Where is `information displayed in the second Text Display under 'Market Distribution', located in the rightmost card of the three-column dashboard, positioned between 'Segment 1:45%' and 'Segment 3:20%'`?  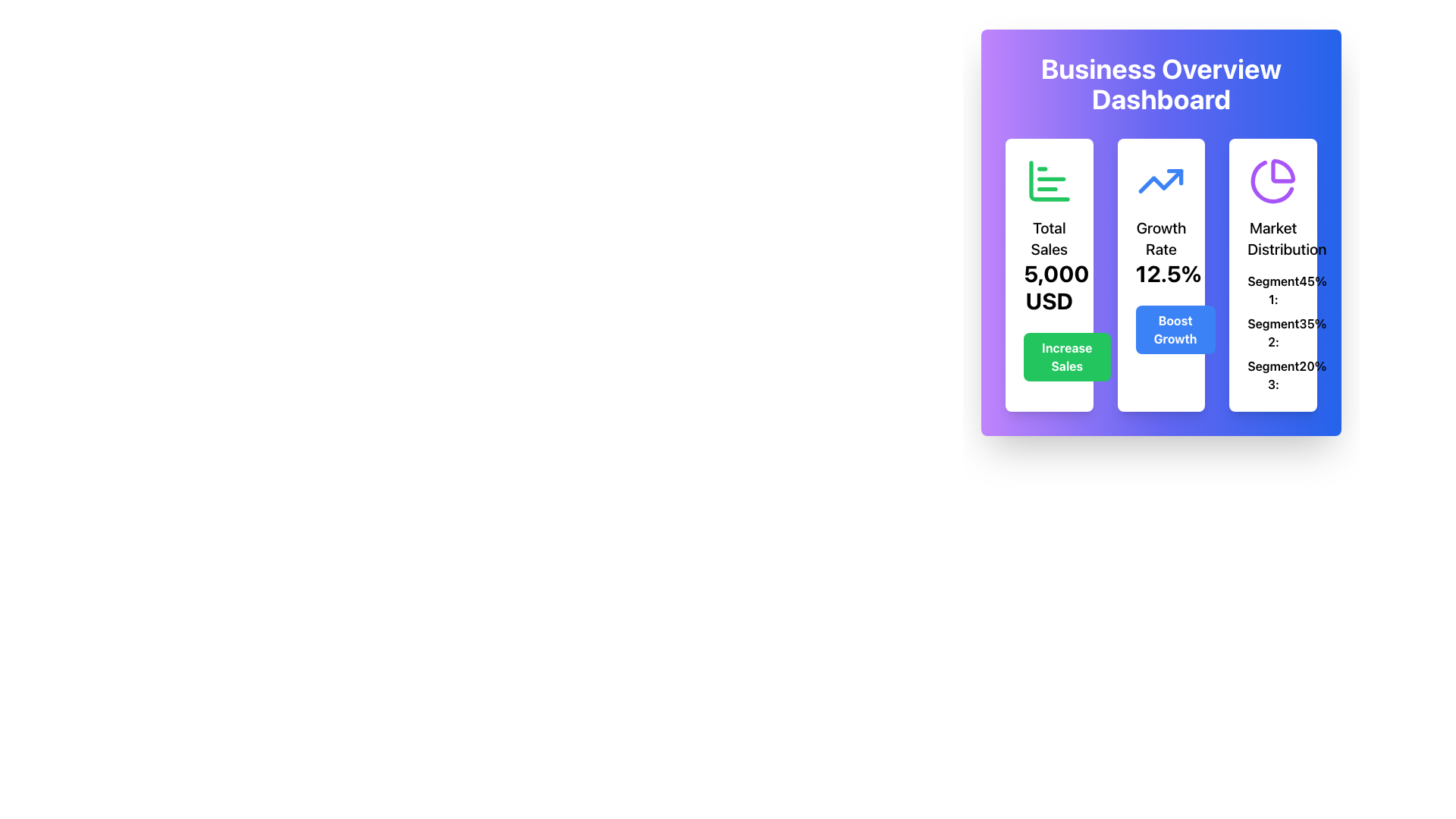 information displayed in the second Text Display under 'Market Distribution', located in the rightmost card of the three-column dashboard, positioned between 'Segment 1:45%' and 'Segment 3:20%' is located at coordinates (1273, 332).